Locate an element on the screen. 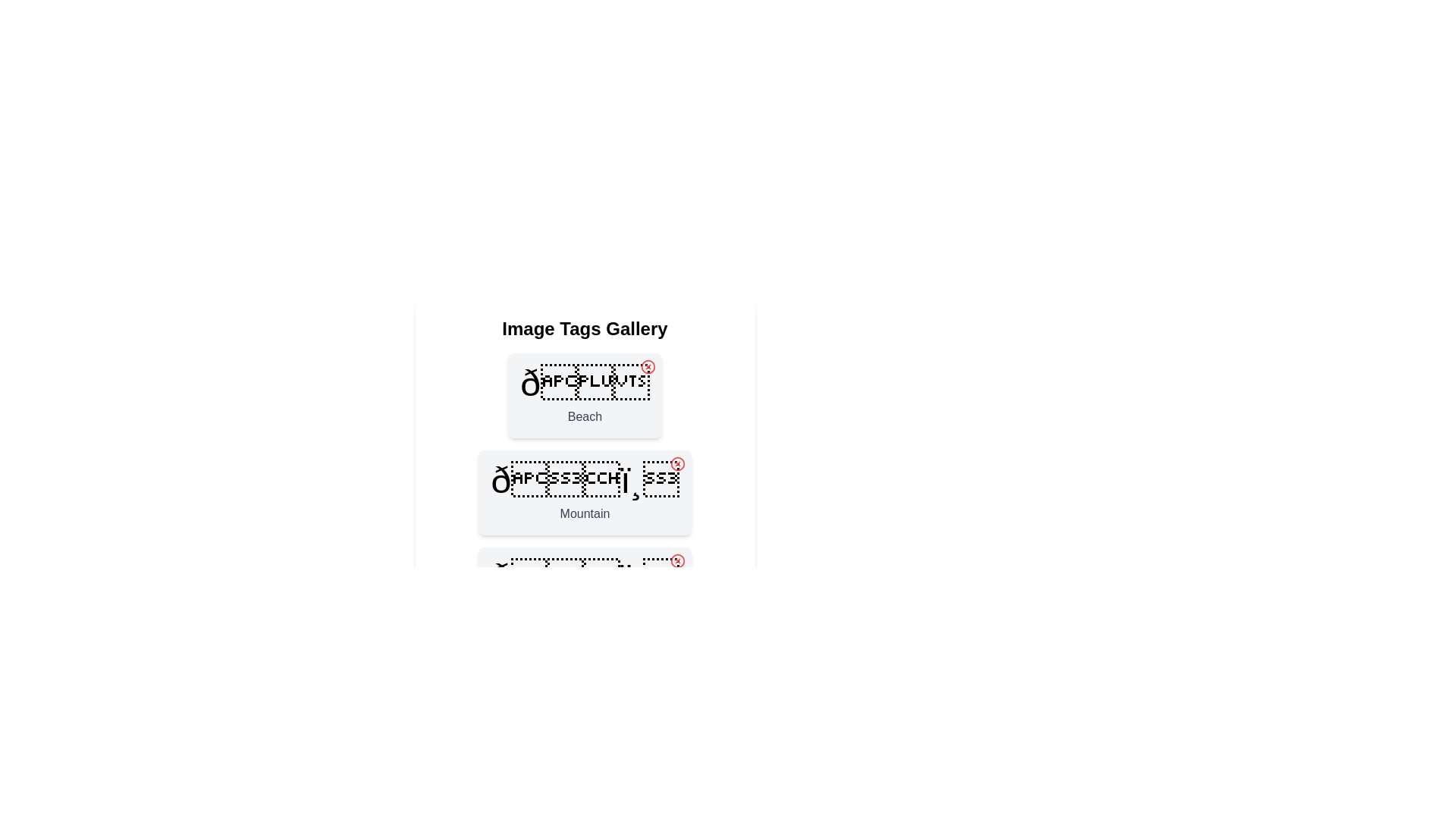 This screenshot has height=819, width=1456. the emoji associated with the tag Mountain is located at coordinates (584, 480).